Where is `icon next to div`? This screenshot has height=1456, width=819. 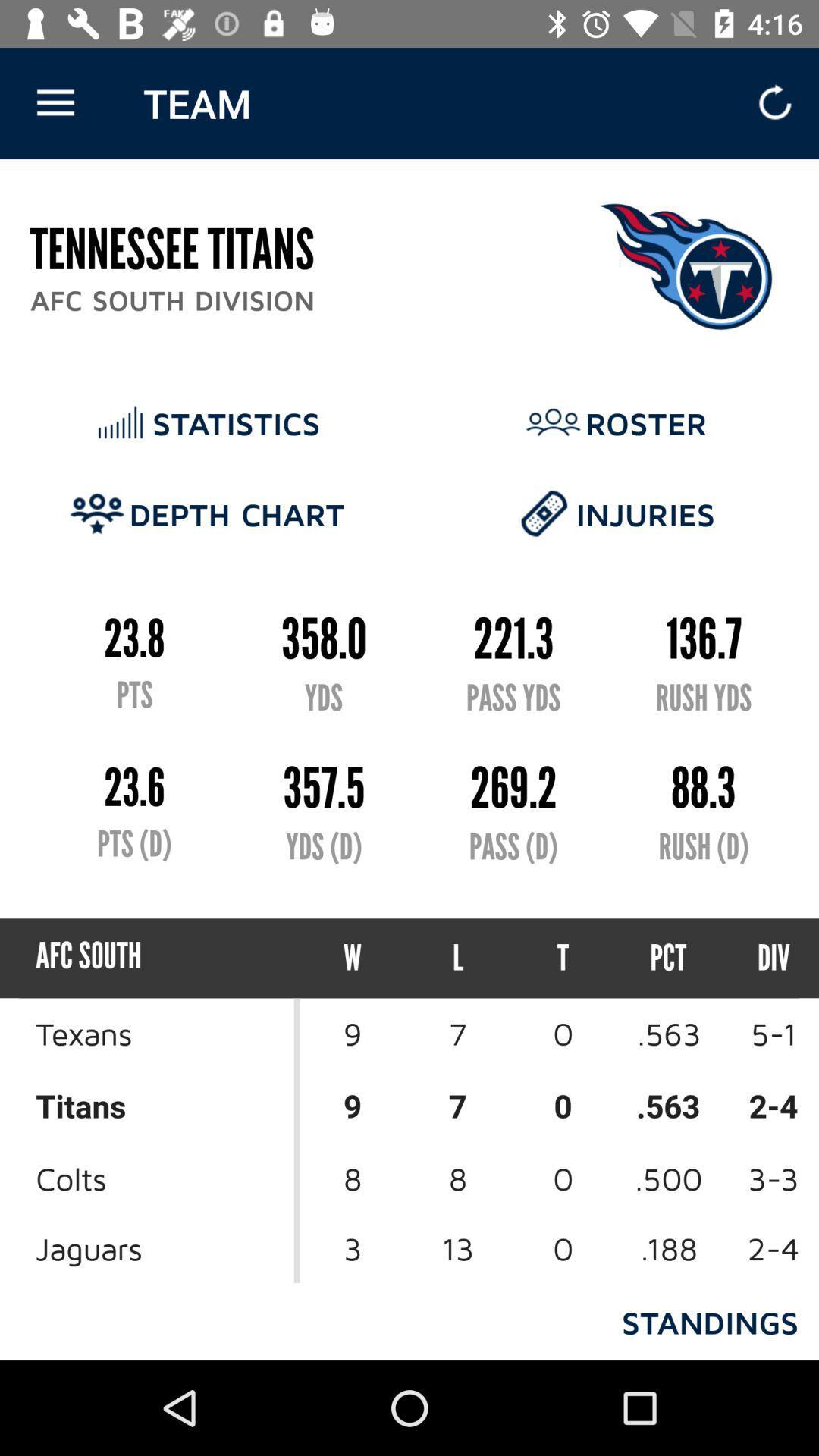 icon next to div is located at coordinates (667, 957).